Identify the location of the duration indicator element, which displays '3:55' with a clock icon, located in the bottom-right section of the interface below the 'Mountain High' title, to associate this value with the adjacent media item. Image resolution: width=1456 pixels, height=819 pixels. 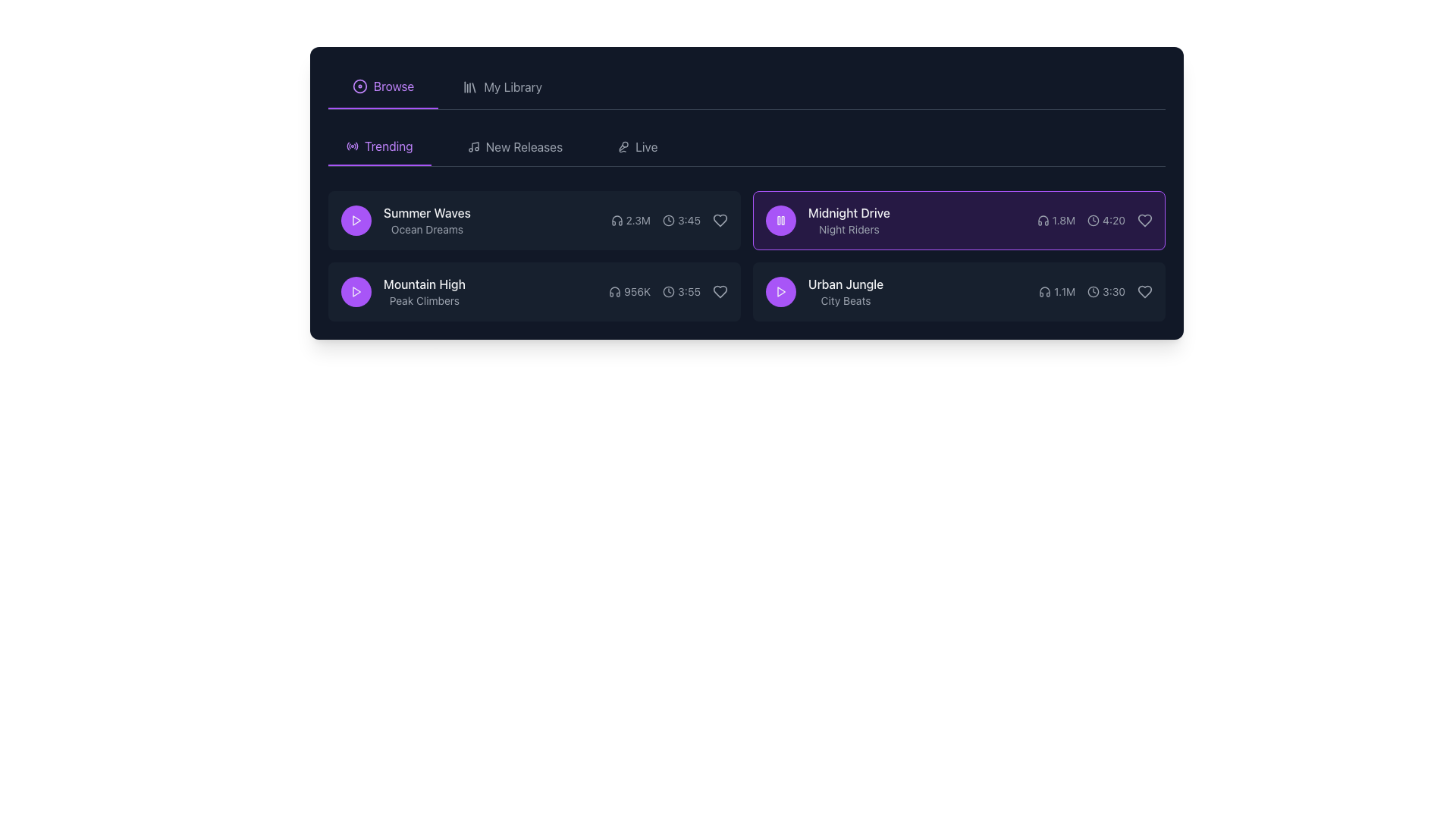
(667, 292).